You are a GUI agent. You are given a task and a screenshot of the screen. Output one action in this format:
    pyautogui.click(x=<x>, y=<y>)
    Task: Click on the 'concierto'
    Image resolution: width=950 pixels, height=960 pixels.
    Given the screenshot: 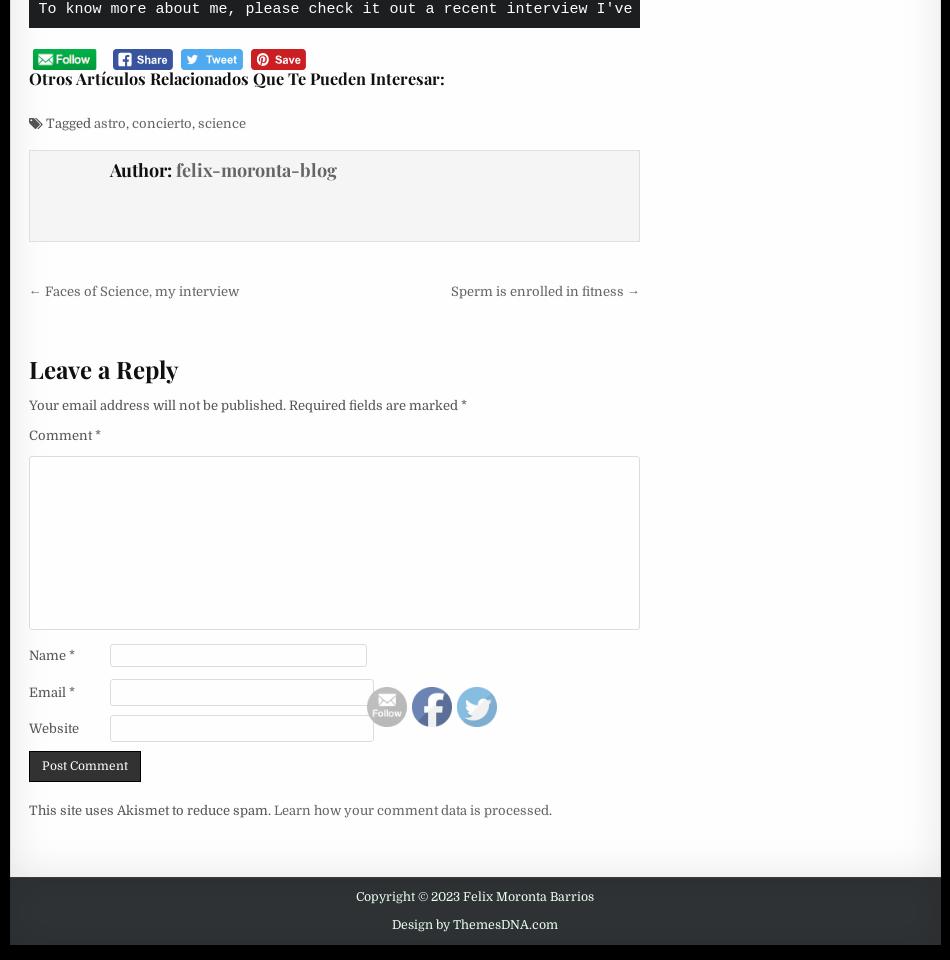 What is the action you would take?
    pyautogui.click(x=161, y=121)
    